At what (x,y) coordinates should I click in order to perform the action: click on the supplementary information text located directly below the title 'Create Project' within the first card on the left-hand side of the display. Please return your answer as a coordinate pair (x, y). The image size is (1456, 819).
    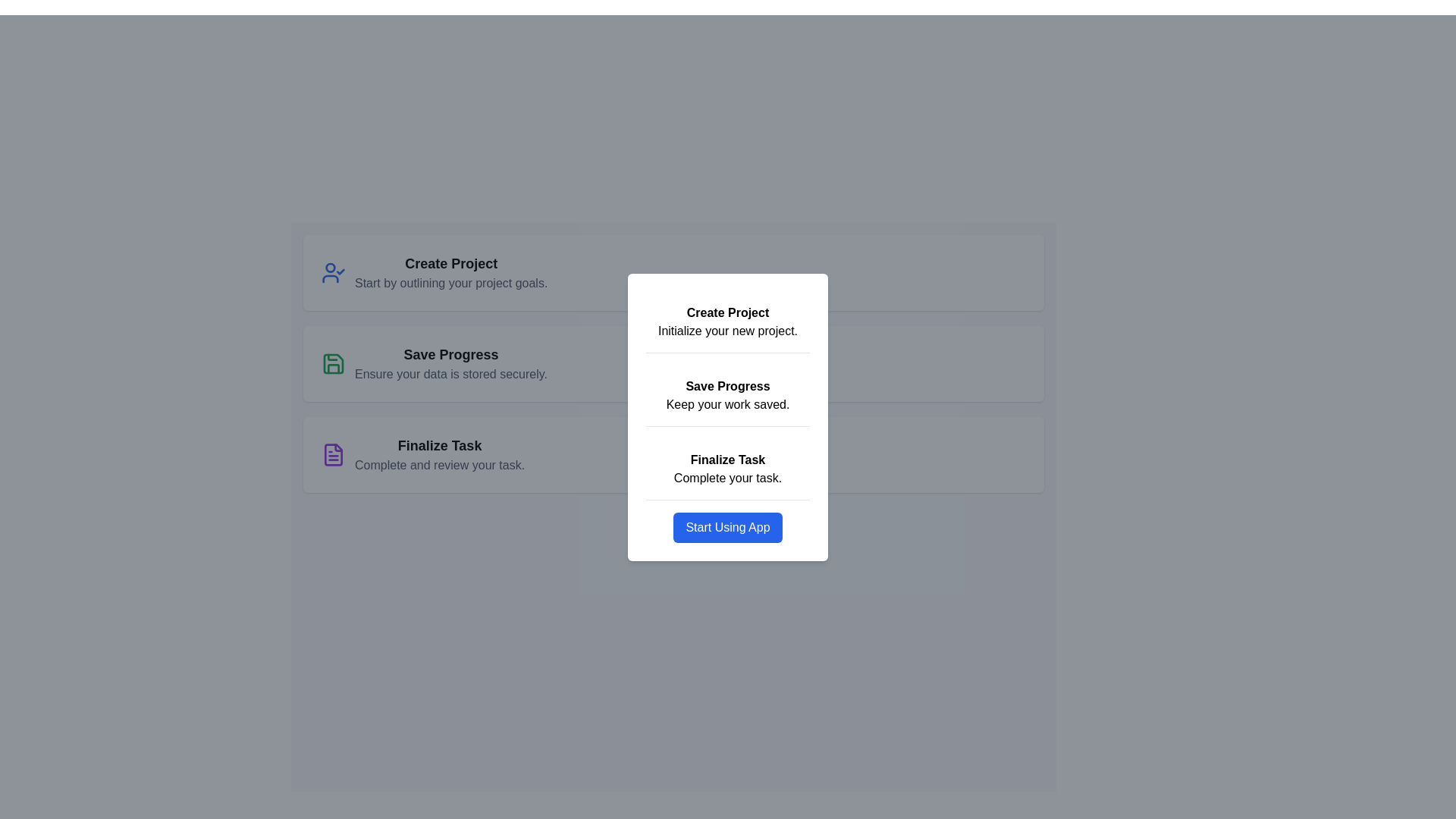
    Looking at the image, I should click on (450, 284).